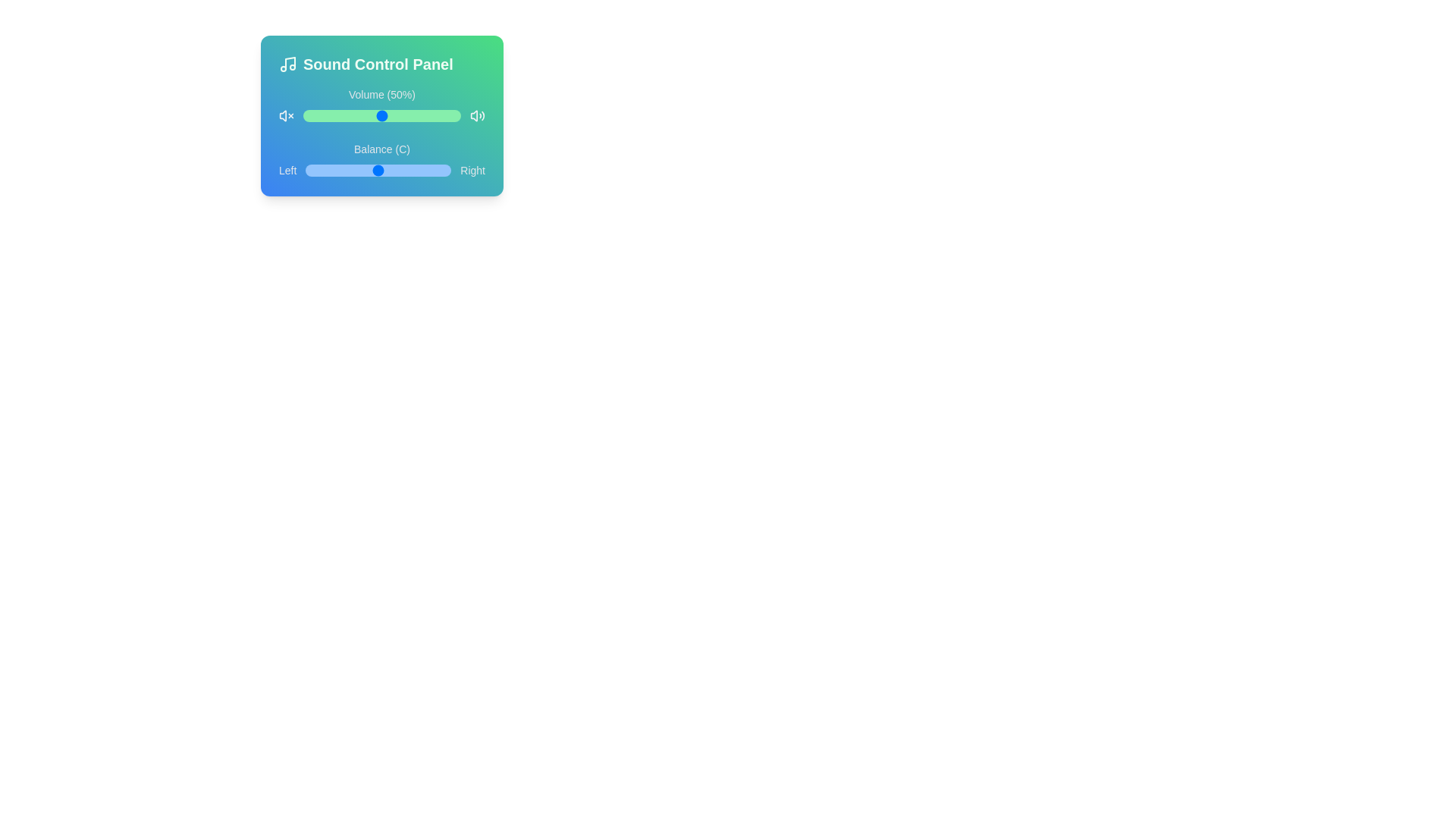 The image size is (1456, 819). I want to click on balance, so click(418, 170).